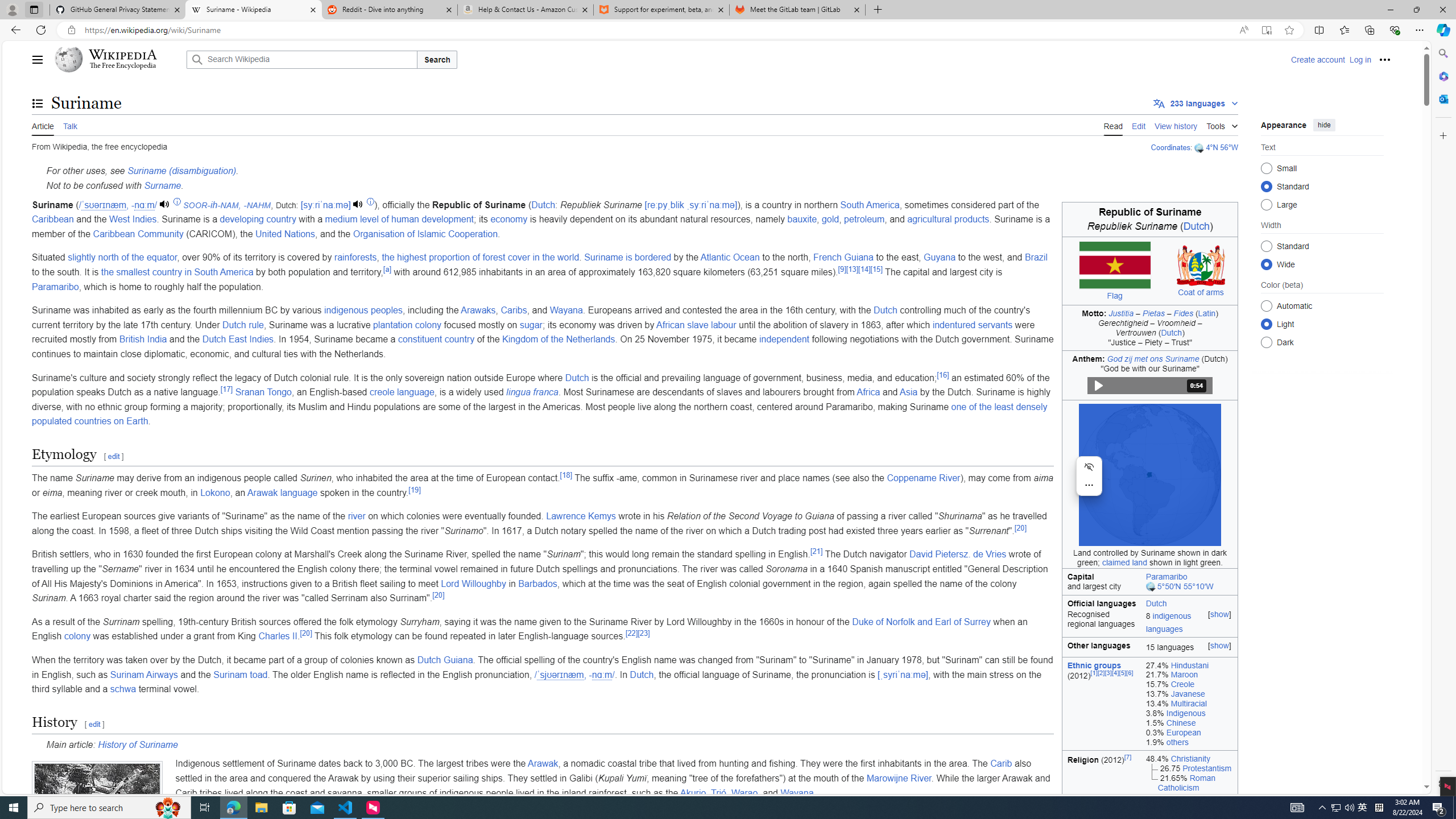  Describe the element at coordinates (1187, 693) in the screenshot. I see `'Javanese'` at that location.